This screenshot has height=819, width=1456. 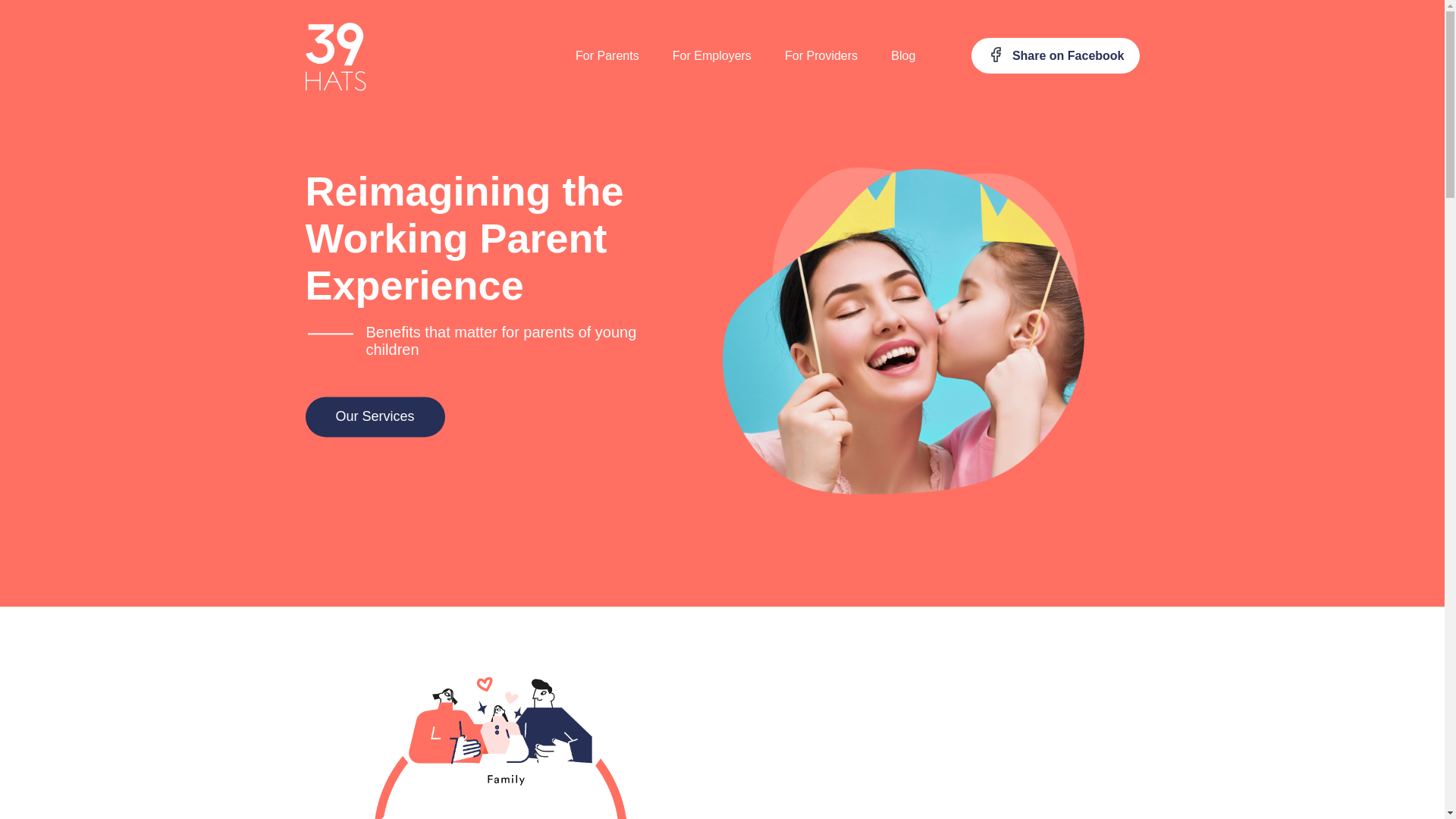 What do you see at coordinates (1054, 55) in the screenshot?
I see `'Share on Facebook'` at bounding box center [1054, 55].